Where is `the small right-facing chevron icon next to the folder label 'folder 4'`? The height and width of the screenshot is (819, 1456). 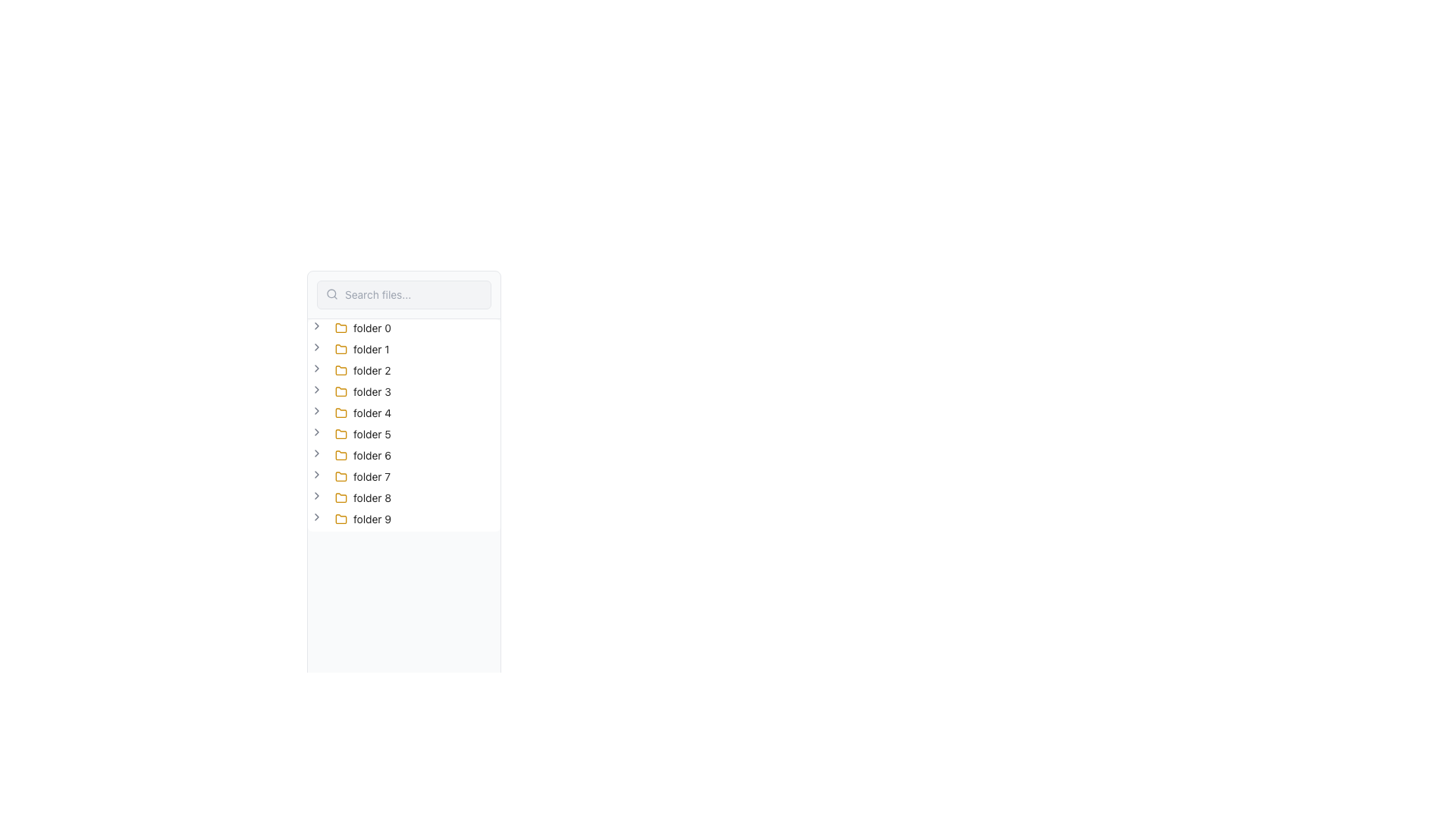 the small right-facing chevron icon next to the folder label 'folder 4' is located at coordinates (315, 413).